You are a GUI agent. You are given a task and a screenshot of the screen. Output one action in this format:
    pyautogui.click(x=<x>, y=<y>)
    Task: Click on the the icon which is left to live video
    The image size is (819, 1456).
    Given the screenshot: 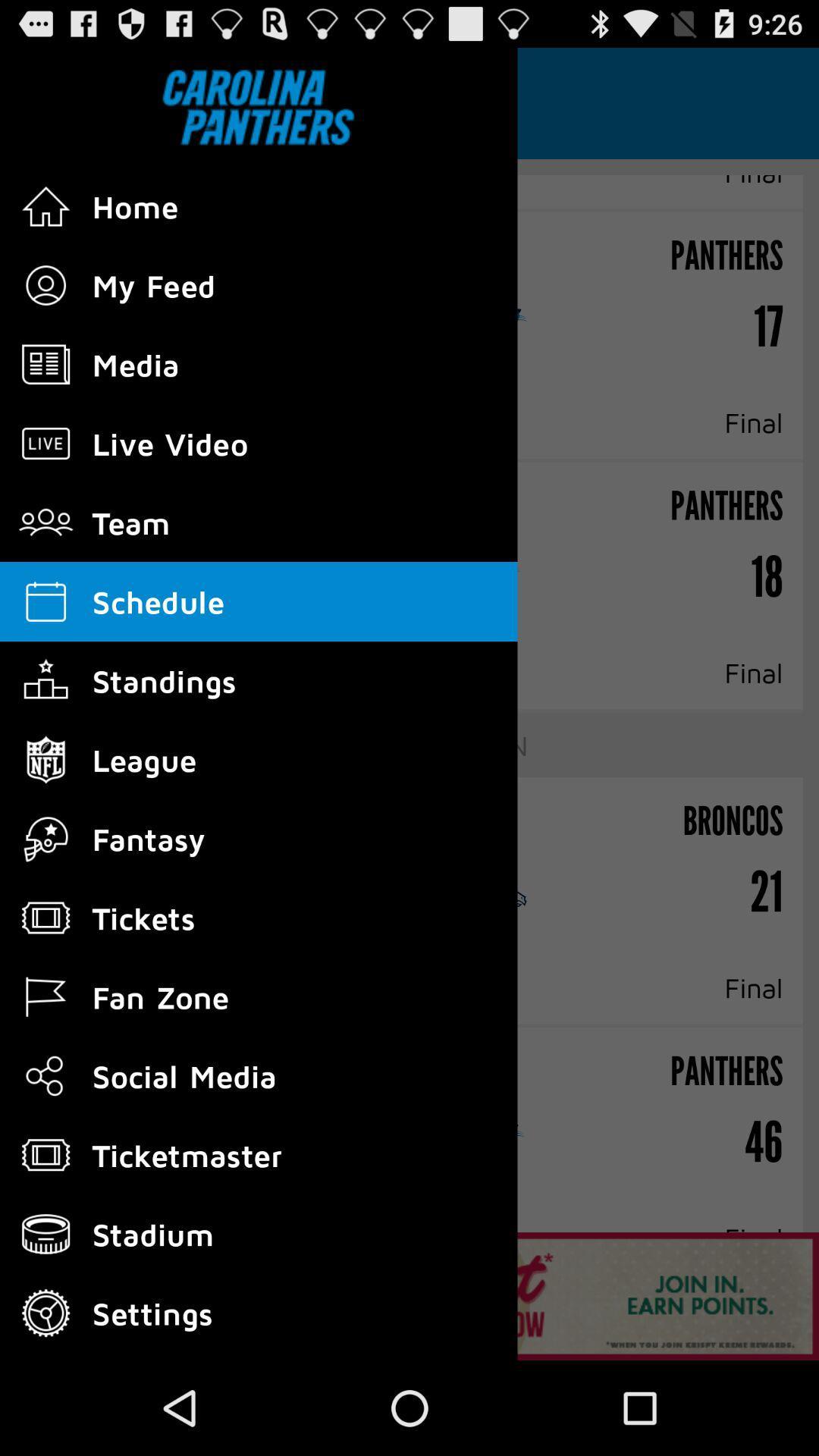 What is the action you would take?
    pyautogui.click(x=45, y=443)
    